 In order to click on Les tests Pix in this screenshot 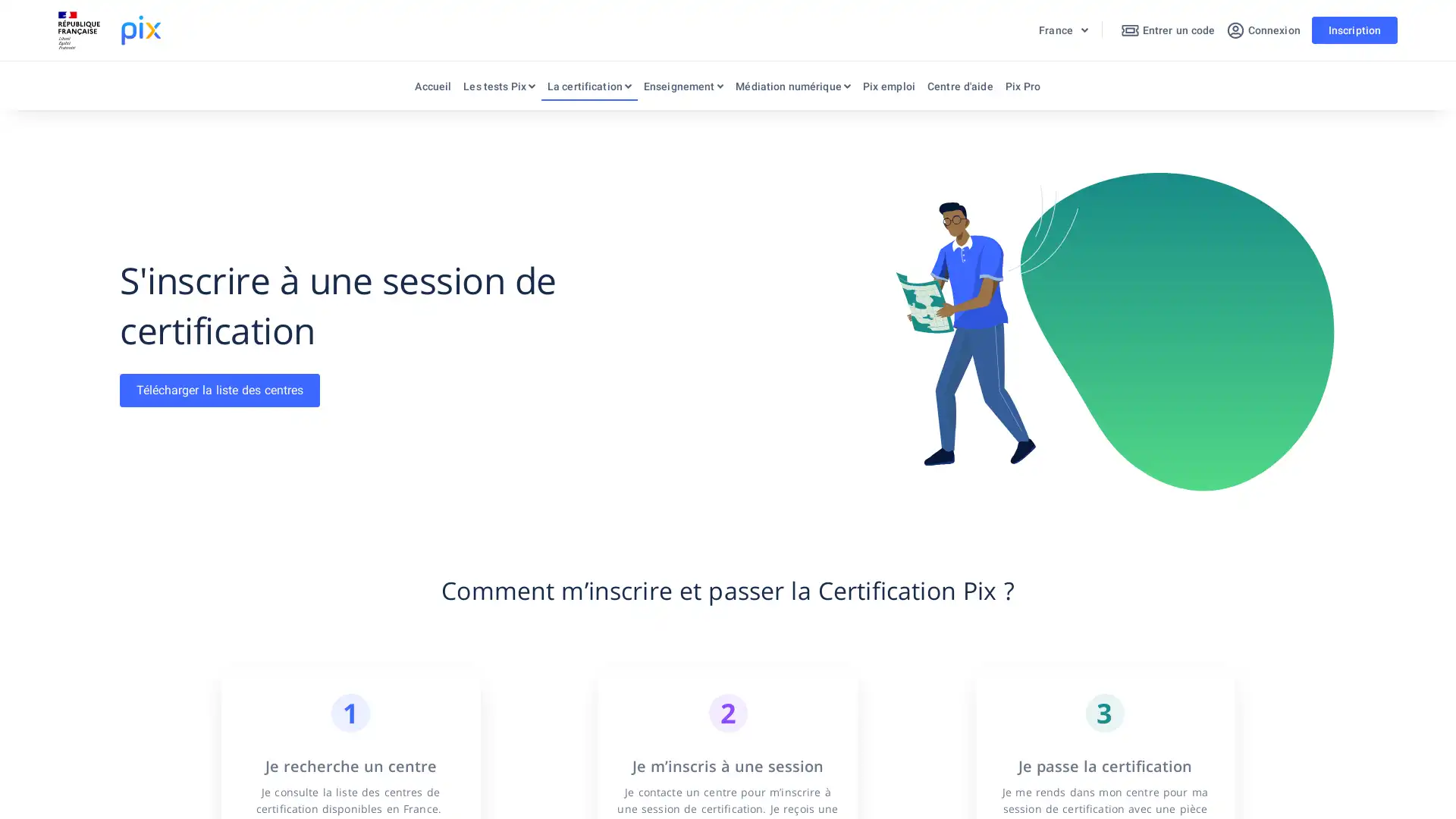, I will do `click(498, 89)`.